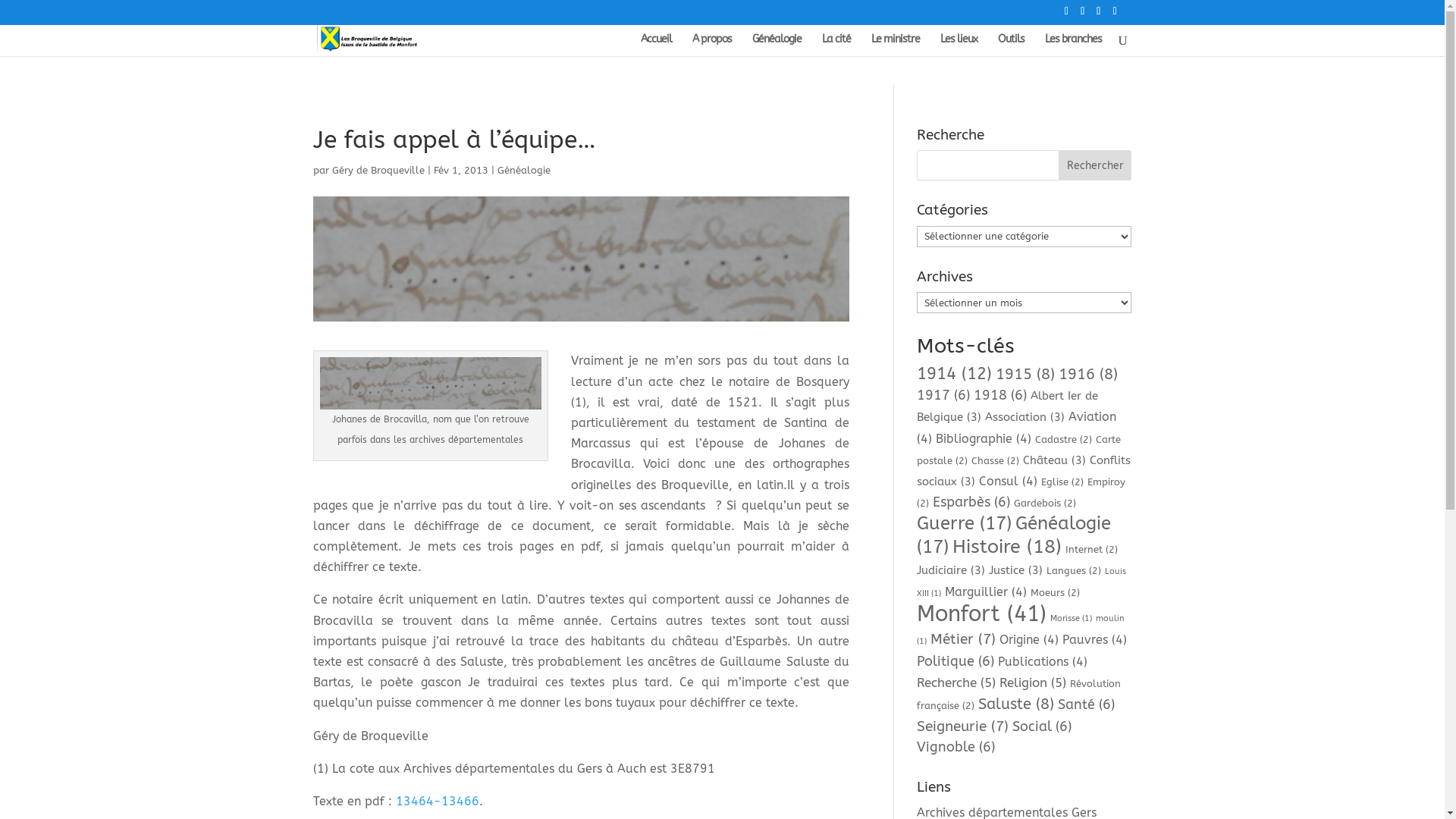 This screenshot has height=819, width=1456. What do you see at coordinates (1018, 449) in the screenshot?
I see `'Carte postale (2)'` at bounding box center [1018, 449].